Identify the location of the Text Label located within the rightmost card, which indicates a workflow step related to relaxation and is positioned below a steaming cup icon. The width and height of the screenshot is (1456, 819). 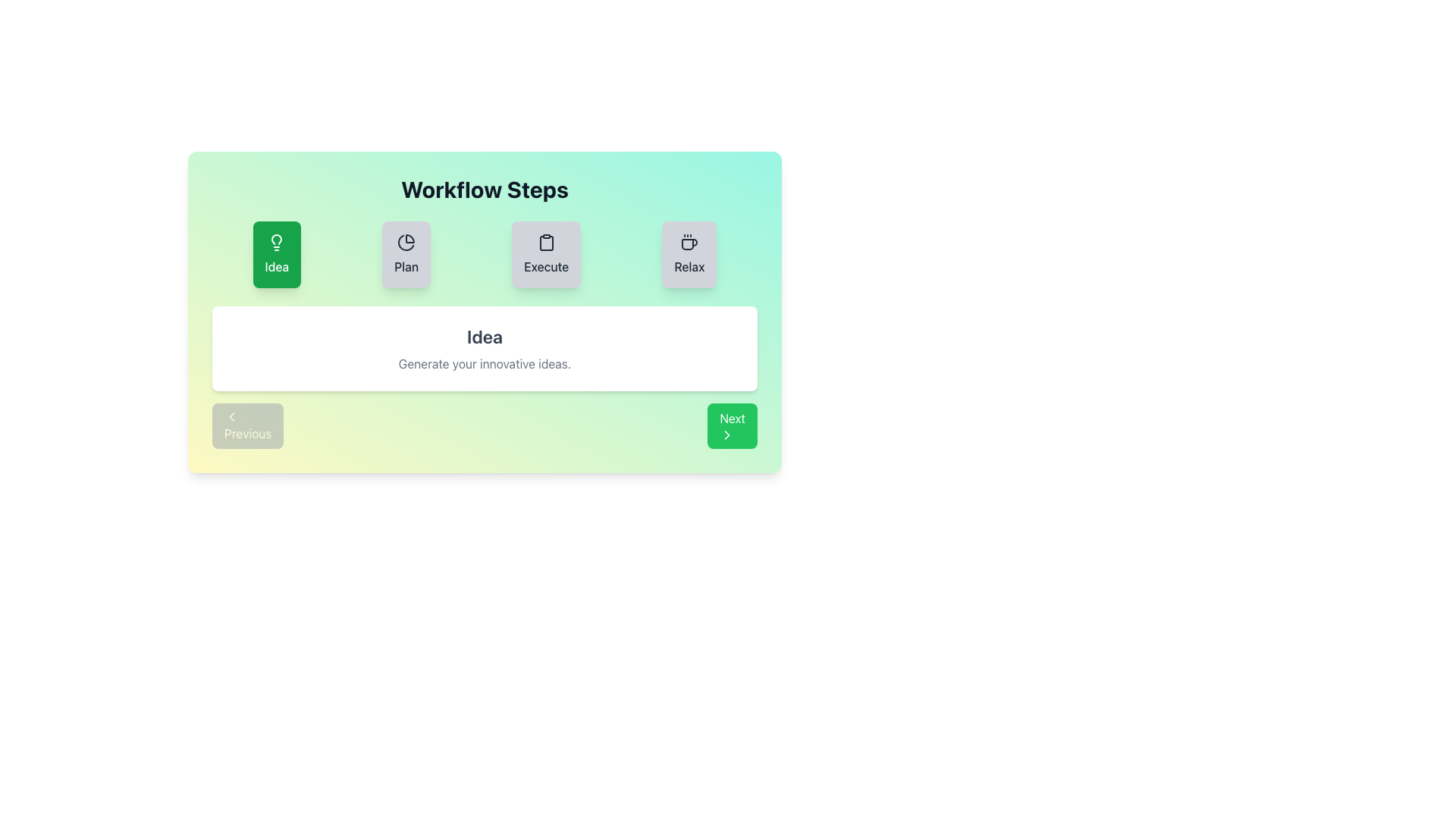
(689, 265).